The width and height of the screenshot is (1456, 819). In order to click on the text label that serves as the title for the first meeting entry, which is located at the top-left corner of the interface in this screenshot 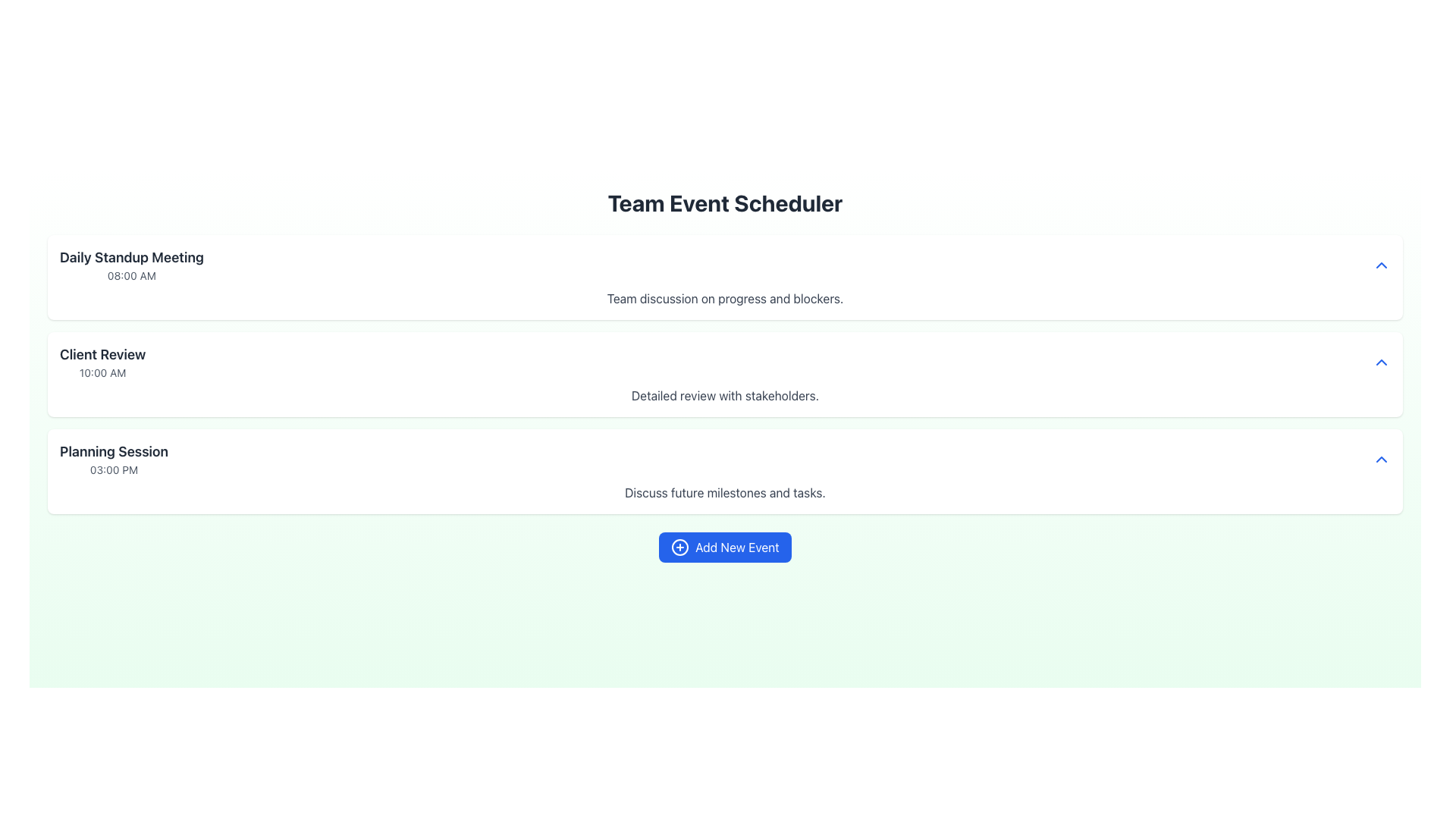, I will do `click(131, 256)`.